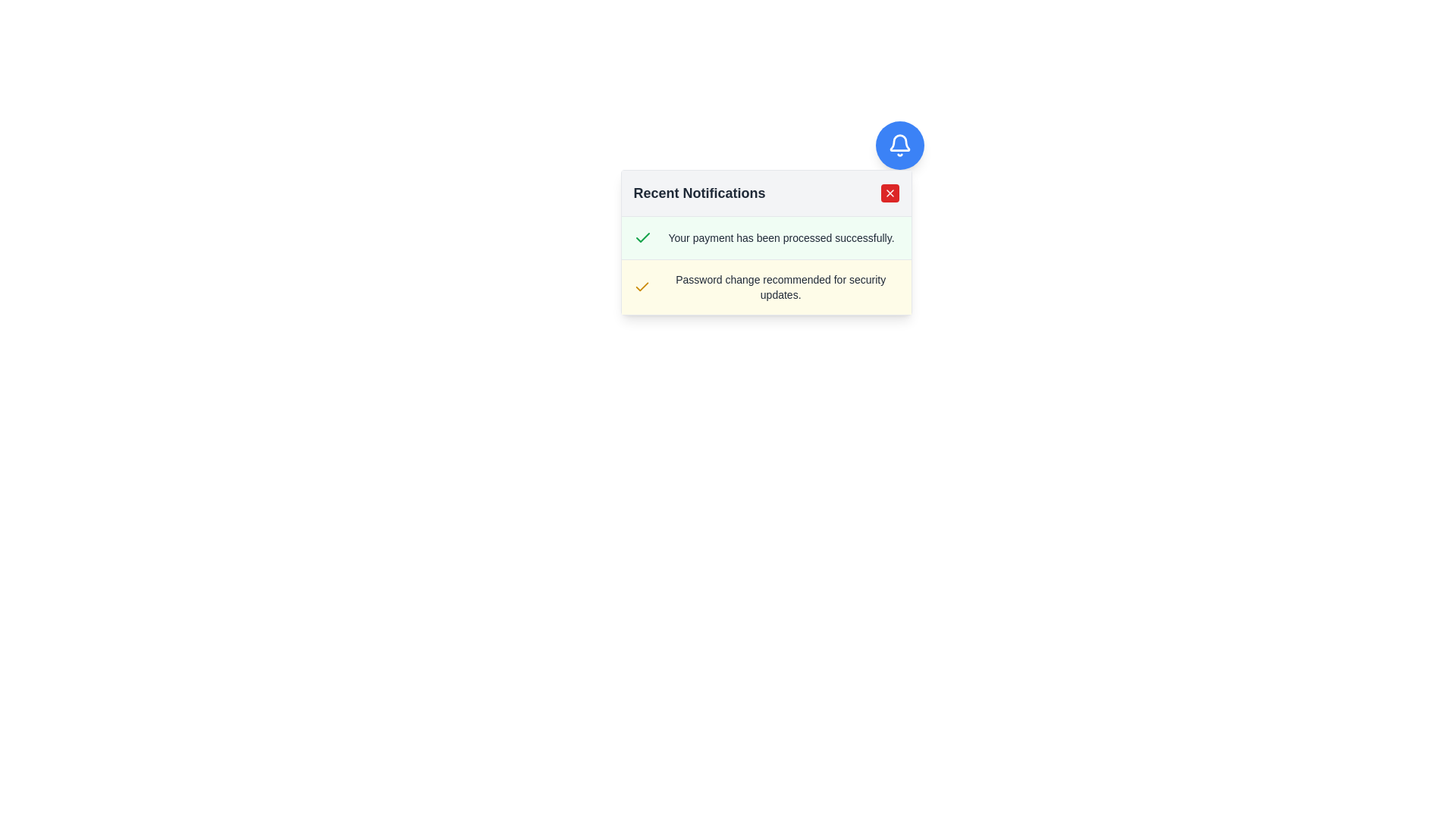 This screenshot has height=819, width=1456. I want to click on the checkmark SVG icon positioned to the left of the text 'Password change recommended for security updates' within the notifications panel, so click(642, 287).